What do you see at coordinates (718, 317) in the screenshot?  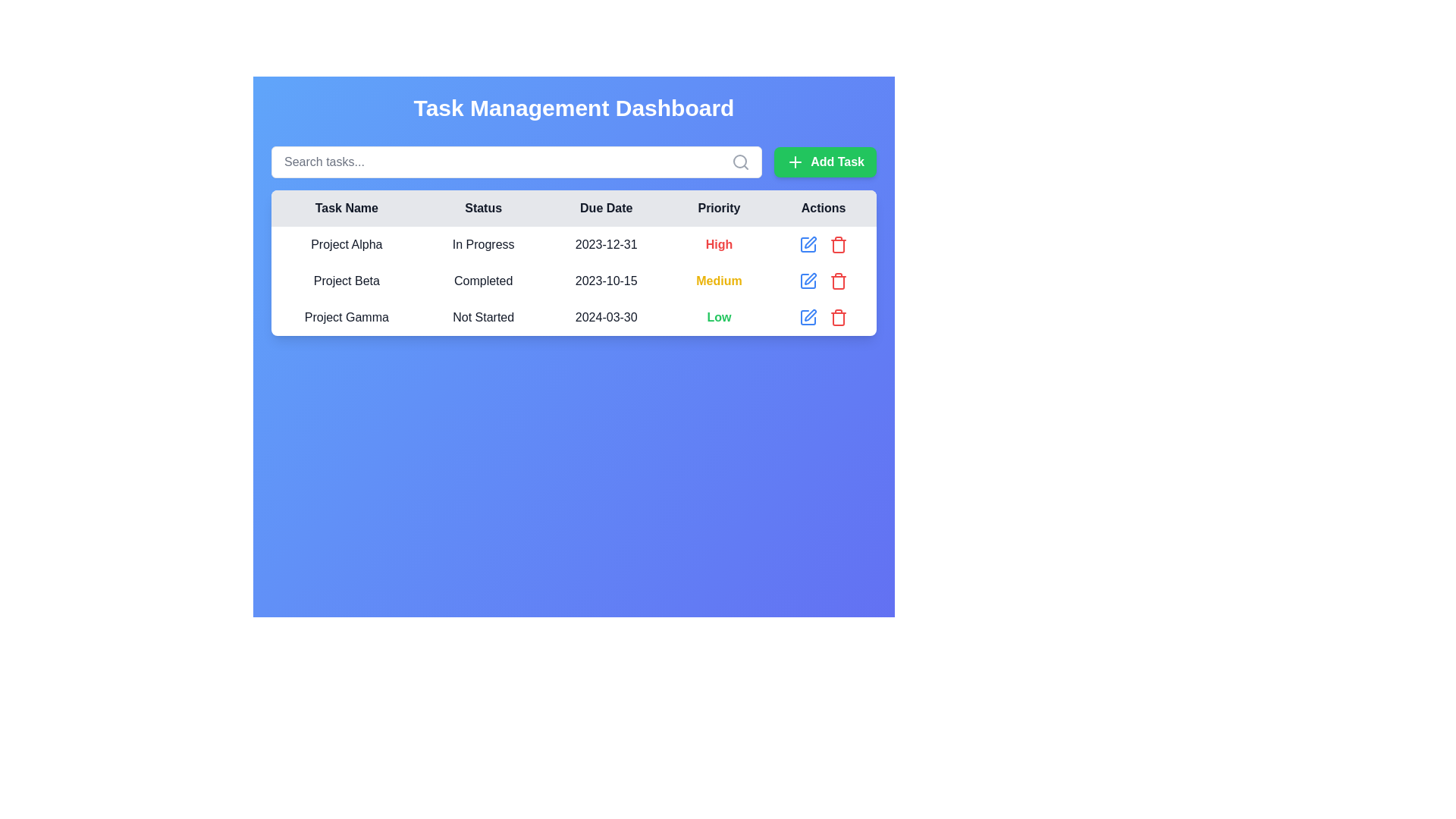 I see `text of the priority level label indicating 'Low' urgency located in the last row of the table under the 'Priority' column, next to the due date '2024-03-30'` at bounding box center [718, 317].